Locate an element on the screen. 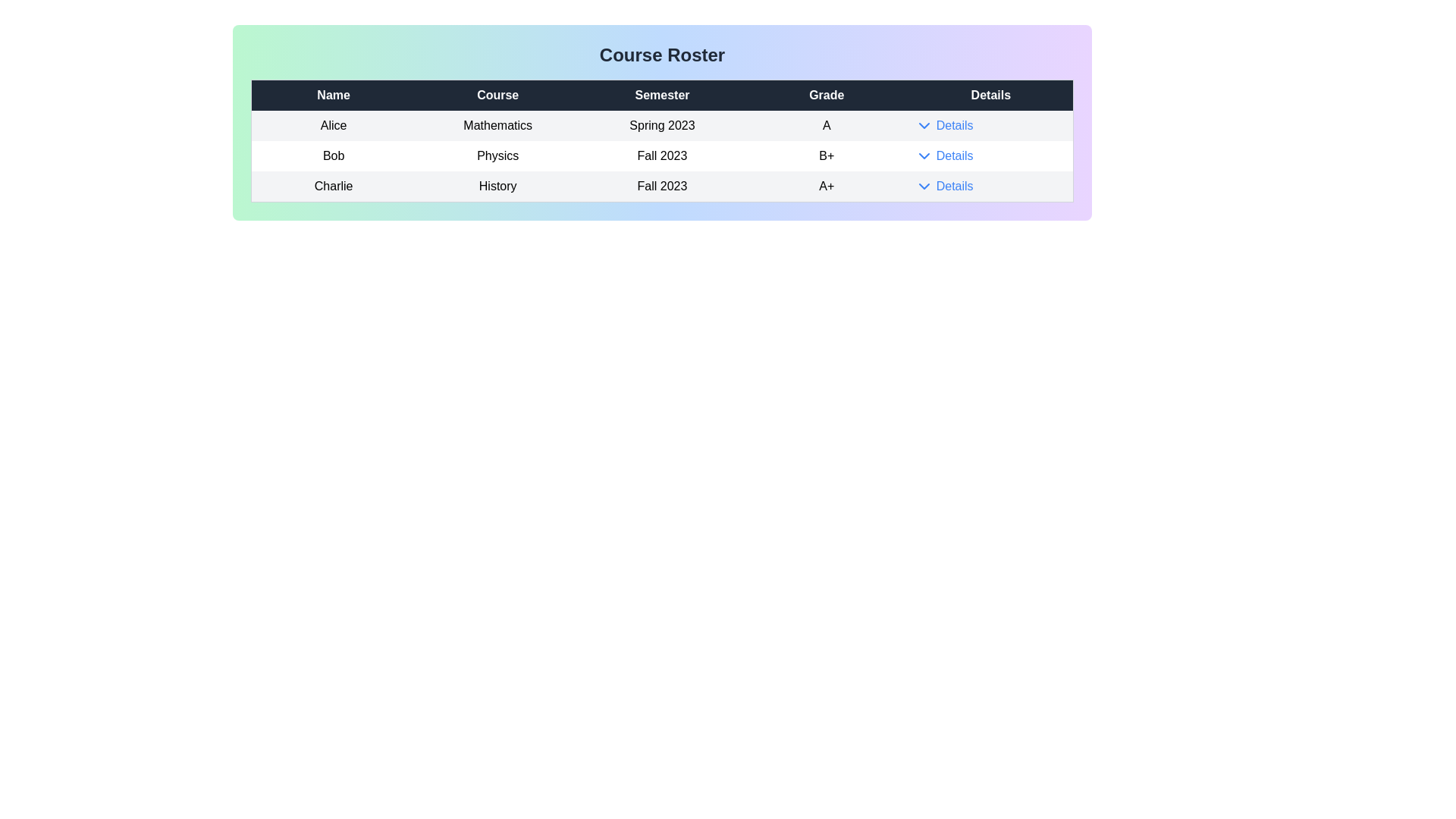 The width and height of the screenshot is (1456, 819). the downward-pointing chevron icon with a blue outline located to the left of the 'Details' text in the first row of the course roster table is located at coordinates (923, 124).